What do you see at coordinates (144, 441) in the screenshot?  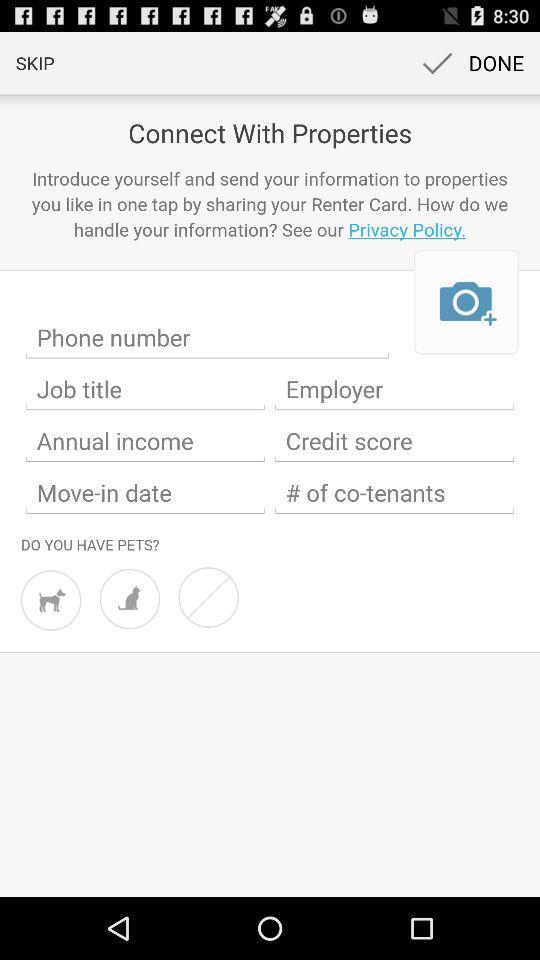 I see `annual income` at bounding box center [144, 441].